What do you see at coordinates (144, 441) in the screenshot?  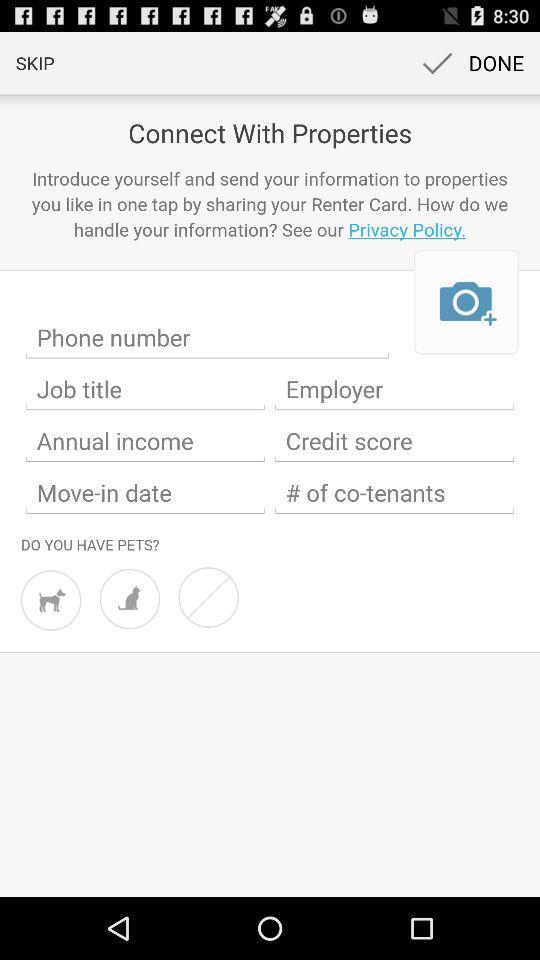 I see `annual income` at bounding box center [144, 441].